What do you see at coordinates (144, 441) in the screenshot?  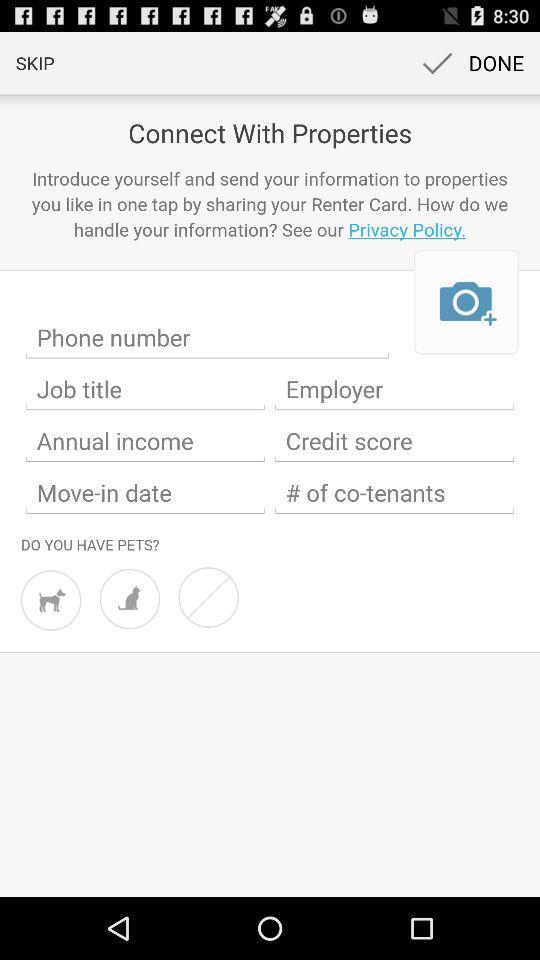 I see `annual income` at bounding box center [144, 441].